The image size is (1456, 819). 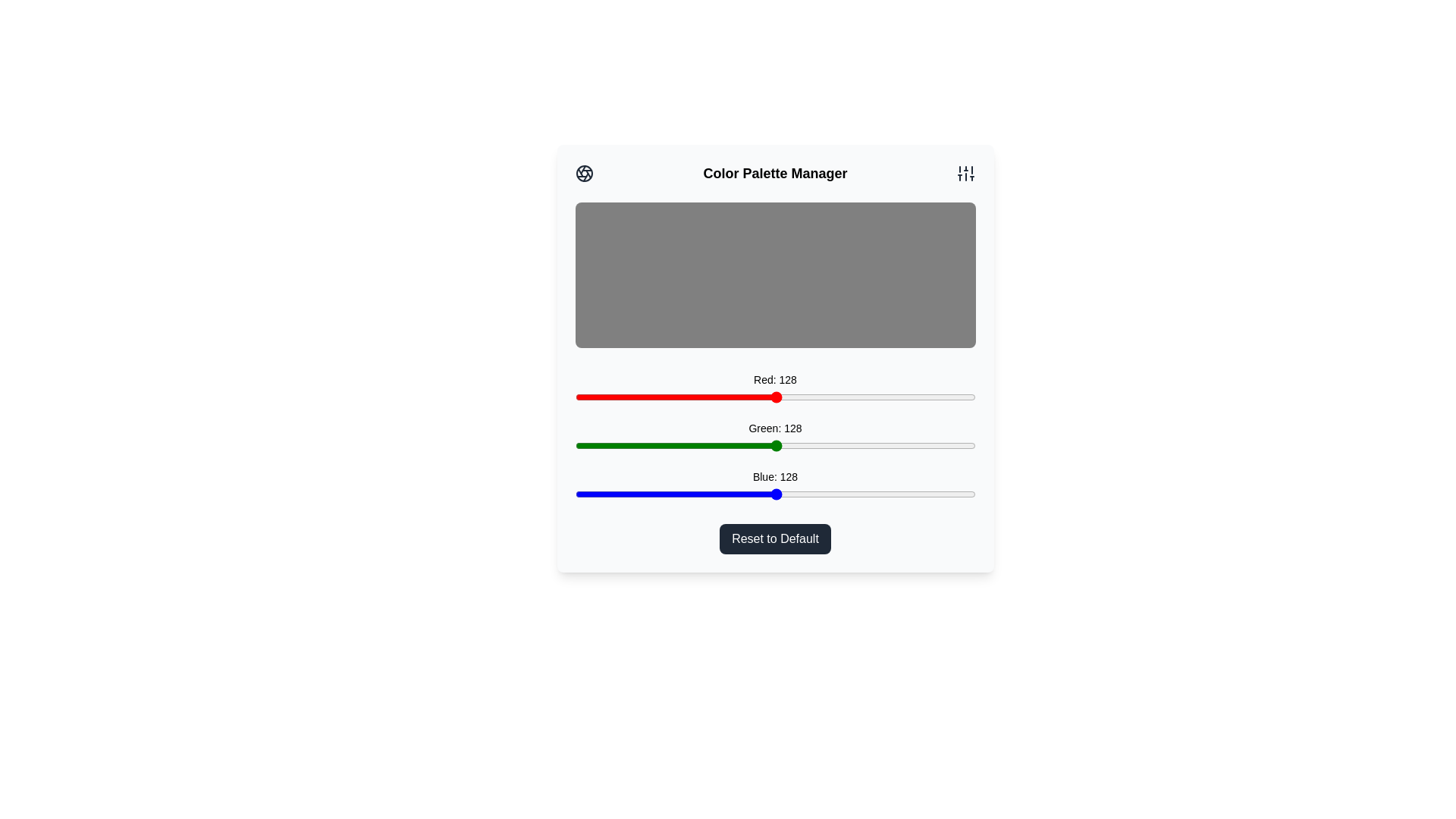 What do you see at coordinates (938, 444) in the screenshot?
I see `the green slider to set the green intensity to 232` at bounding box center [938, 444].